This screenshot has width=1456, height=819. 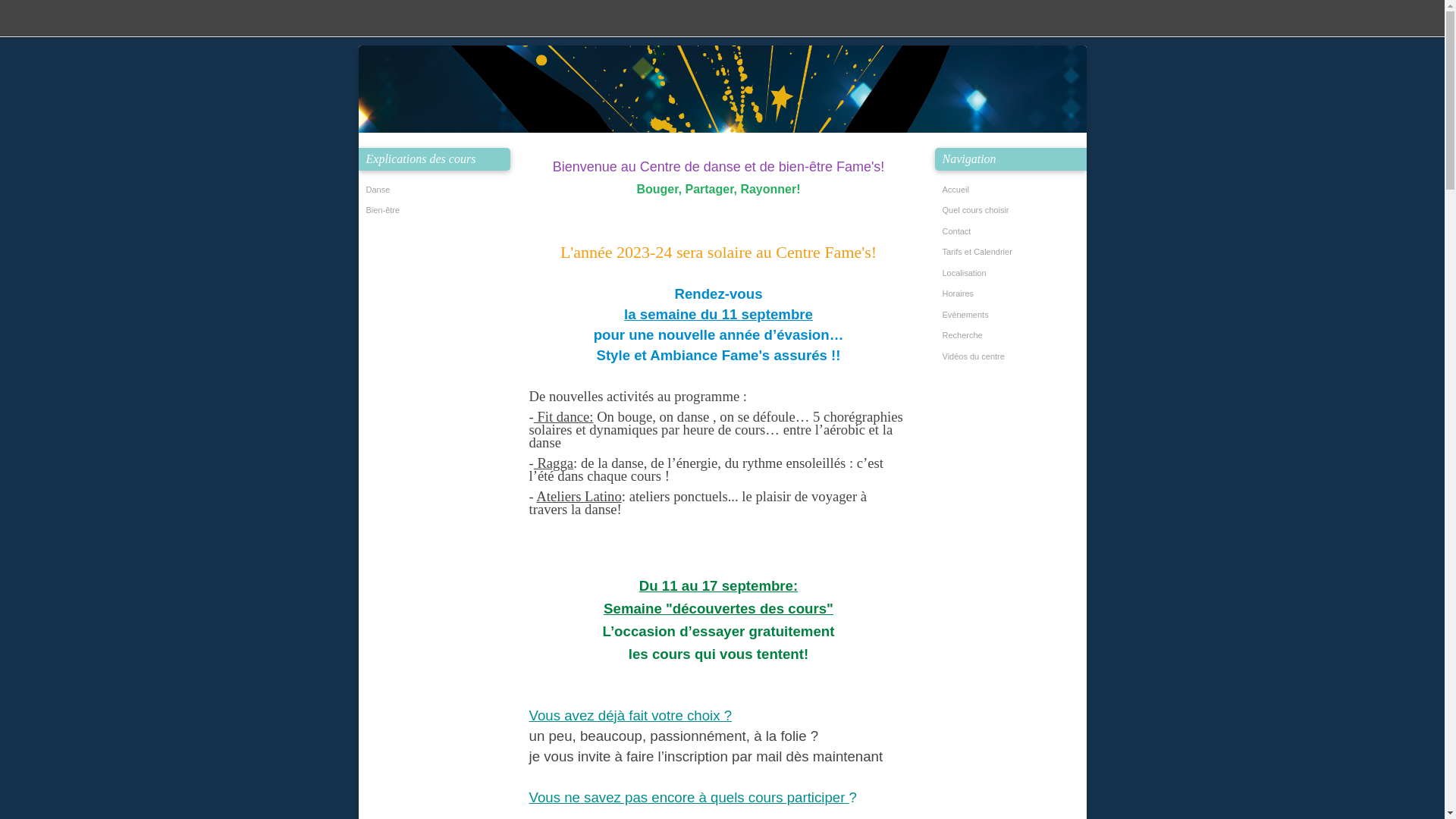 What do you see at coordinates (1012, 231) in the screenshot?
I see `'Contact'` at bounding box center [1012, 231].